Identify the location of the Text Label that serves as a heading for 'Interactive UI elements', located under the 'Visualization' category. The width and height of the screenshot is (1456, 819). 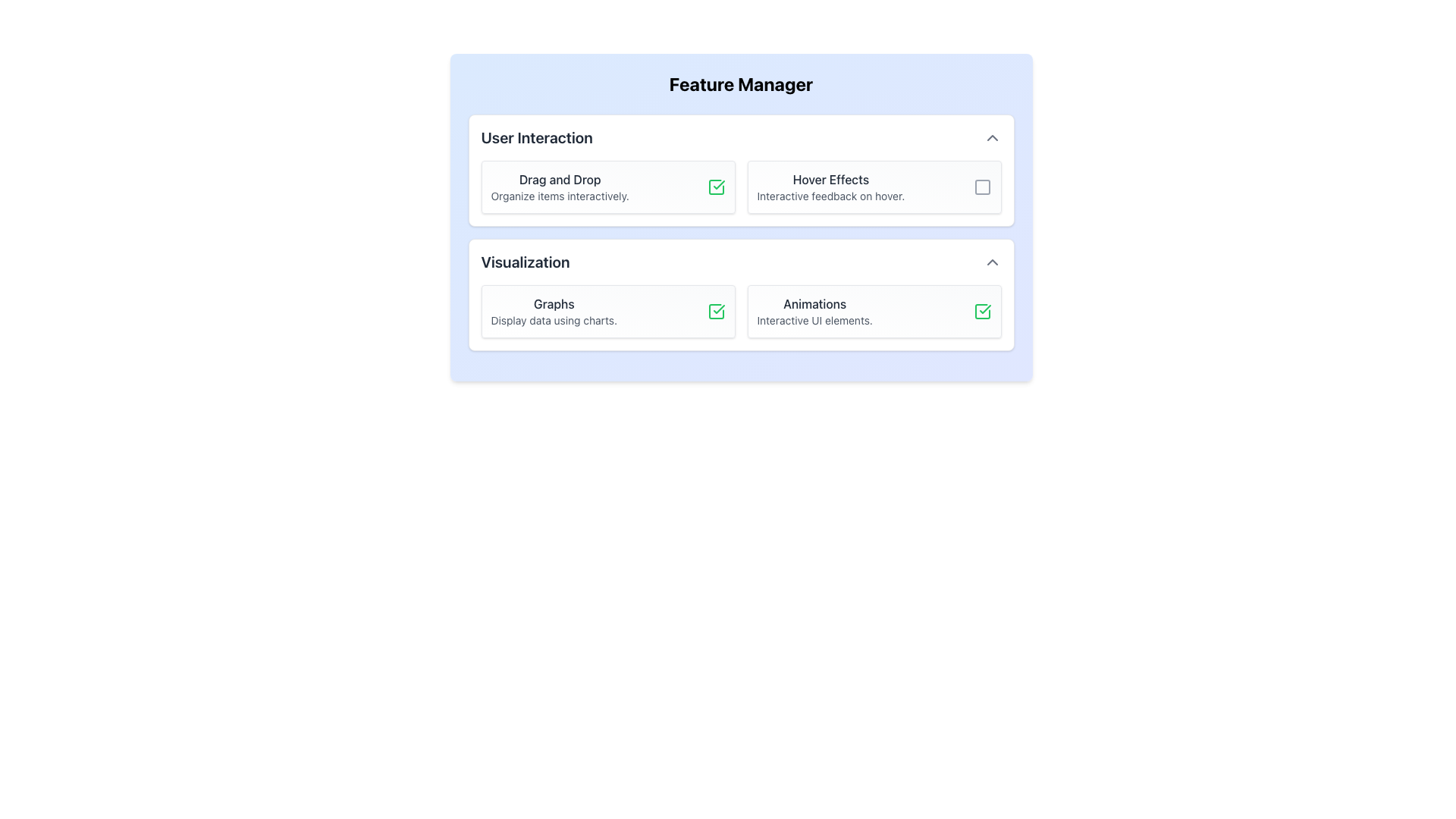
(814, 304).